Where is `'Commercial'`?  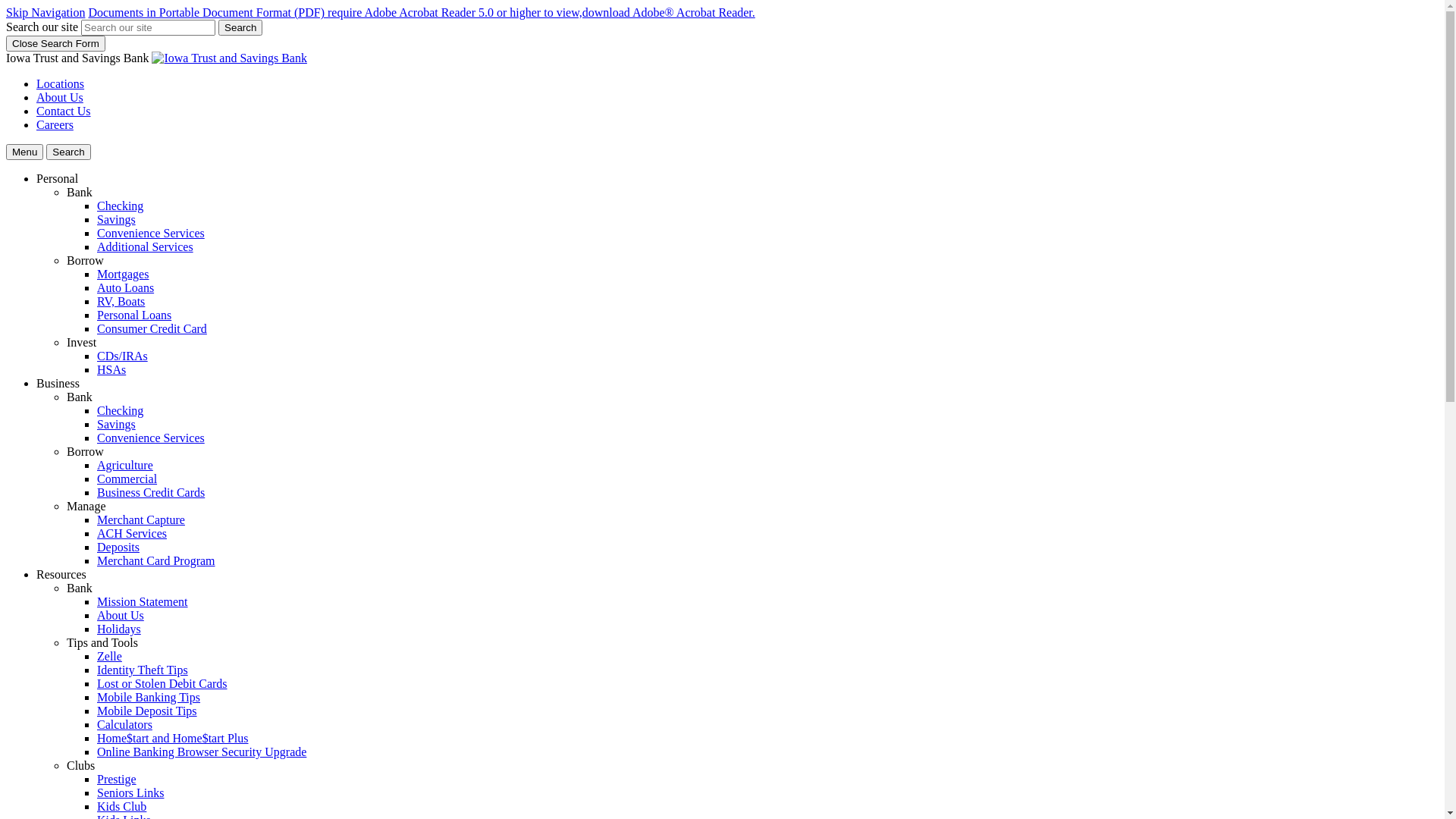 'Commercial' is located at coordinates (96, 479).